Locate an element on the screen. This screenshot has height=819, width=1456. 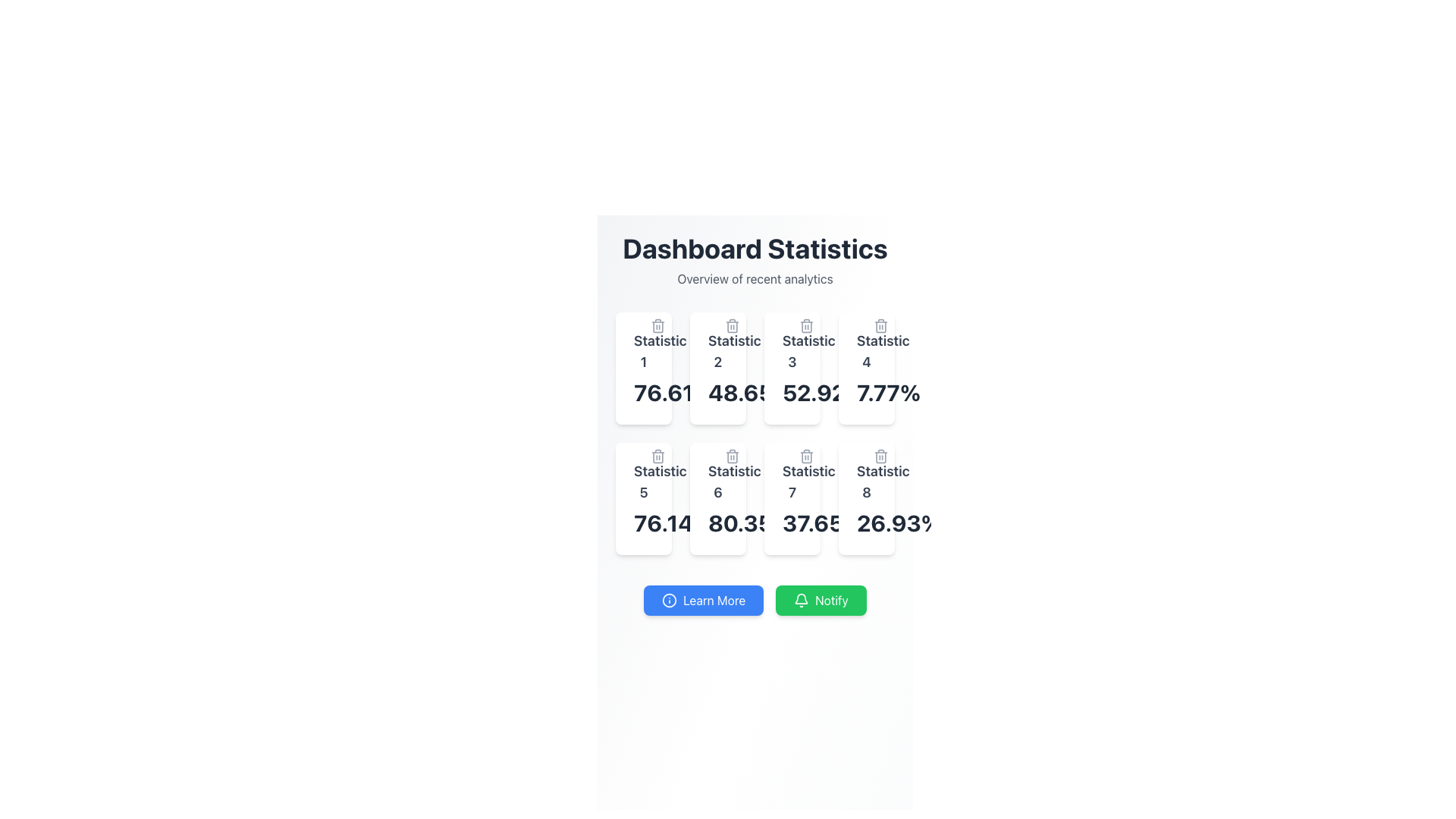
the bell icon inside the green 'Notify' button is located at coordinates (801, 599).